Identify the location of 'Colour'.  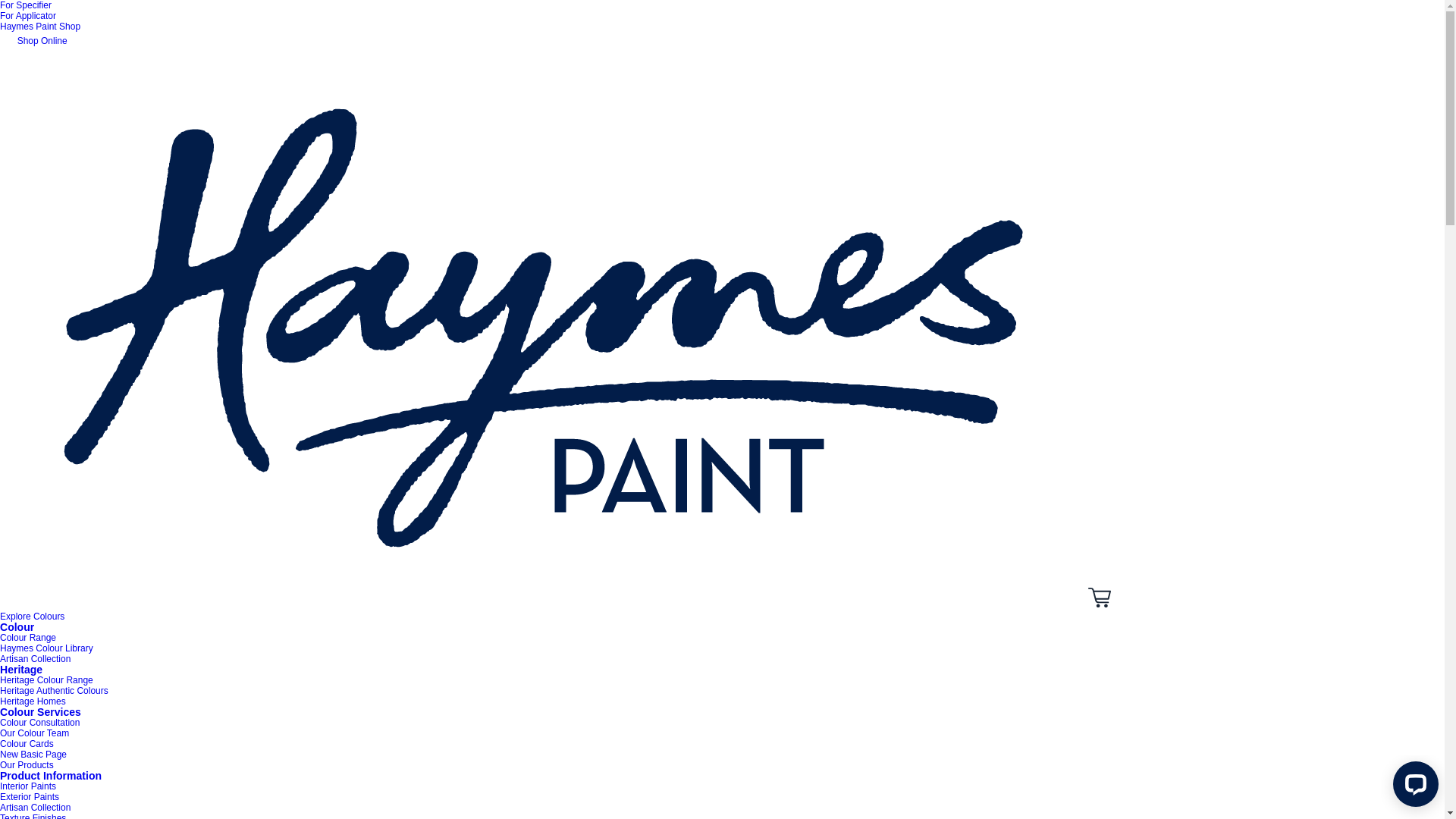
(17, 626).